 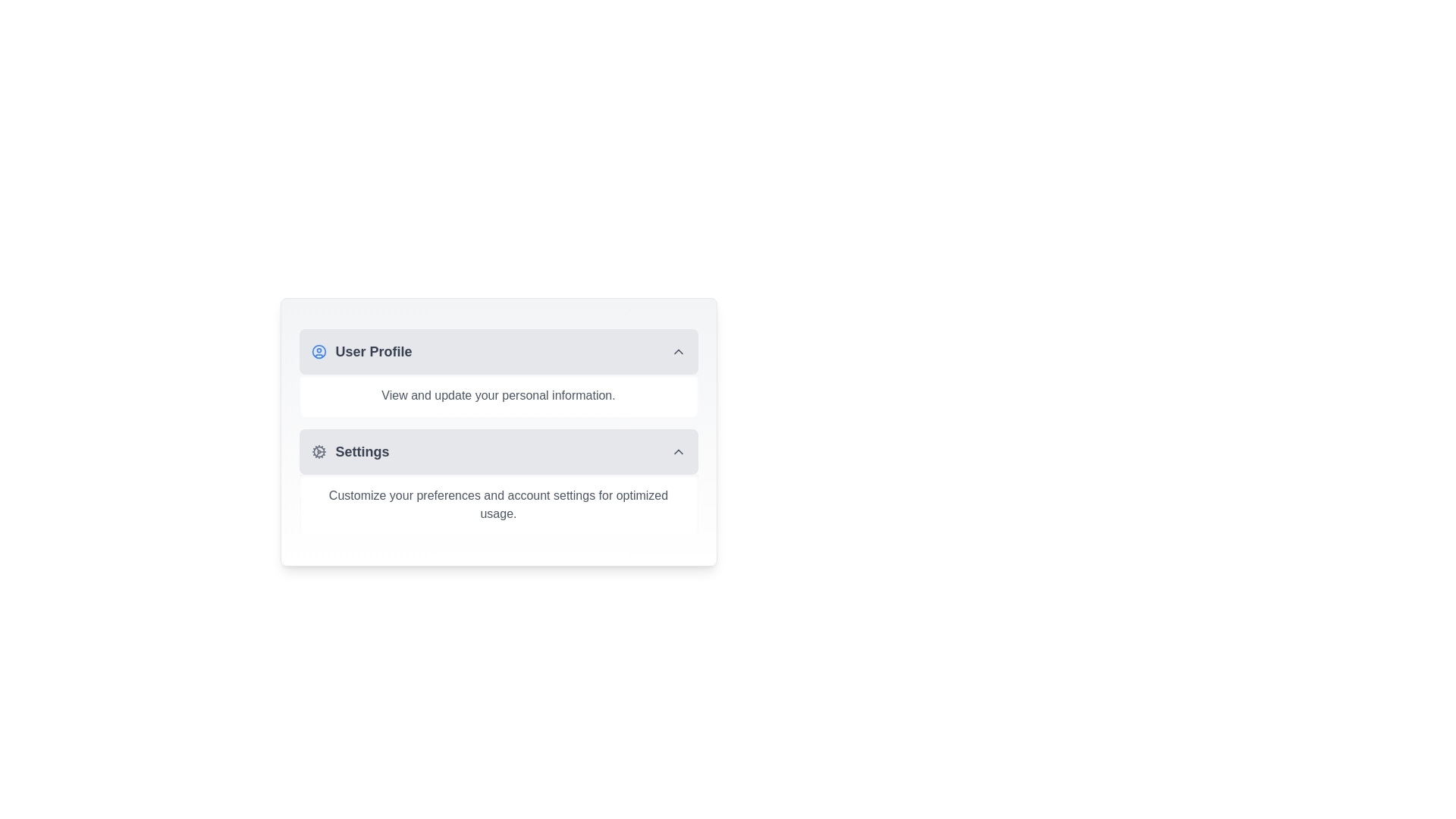 I want to click on the user profile settings label, so click(x=374, y=351).